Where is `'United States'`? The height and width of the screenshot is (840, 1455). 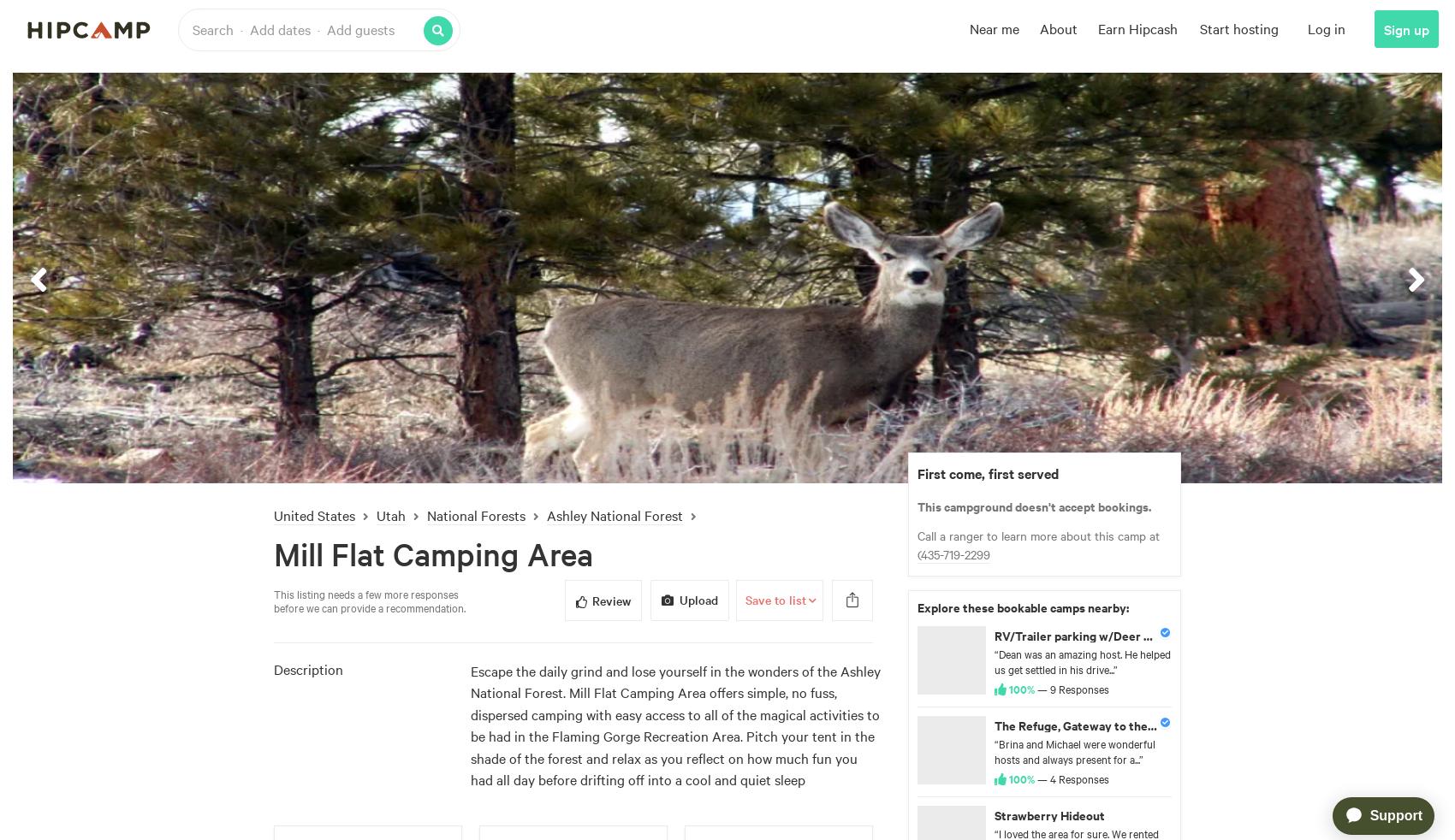
'United States' is located at coordinates (313, 513).